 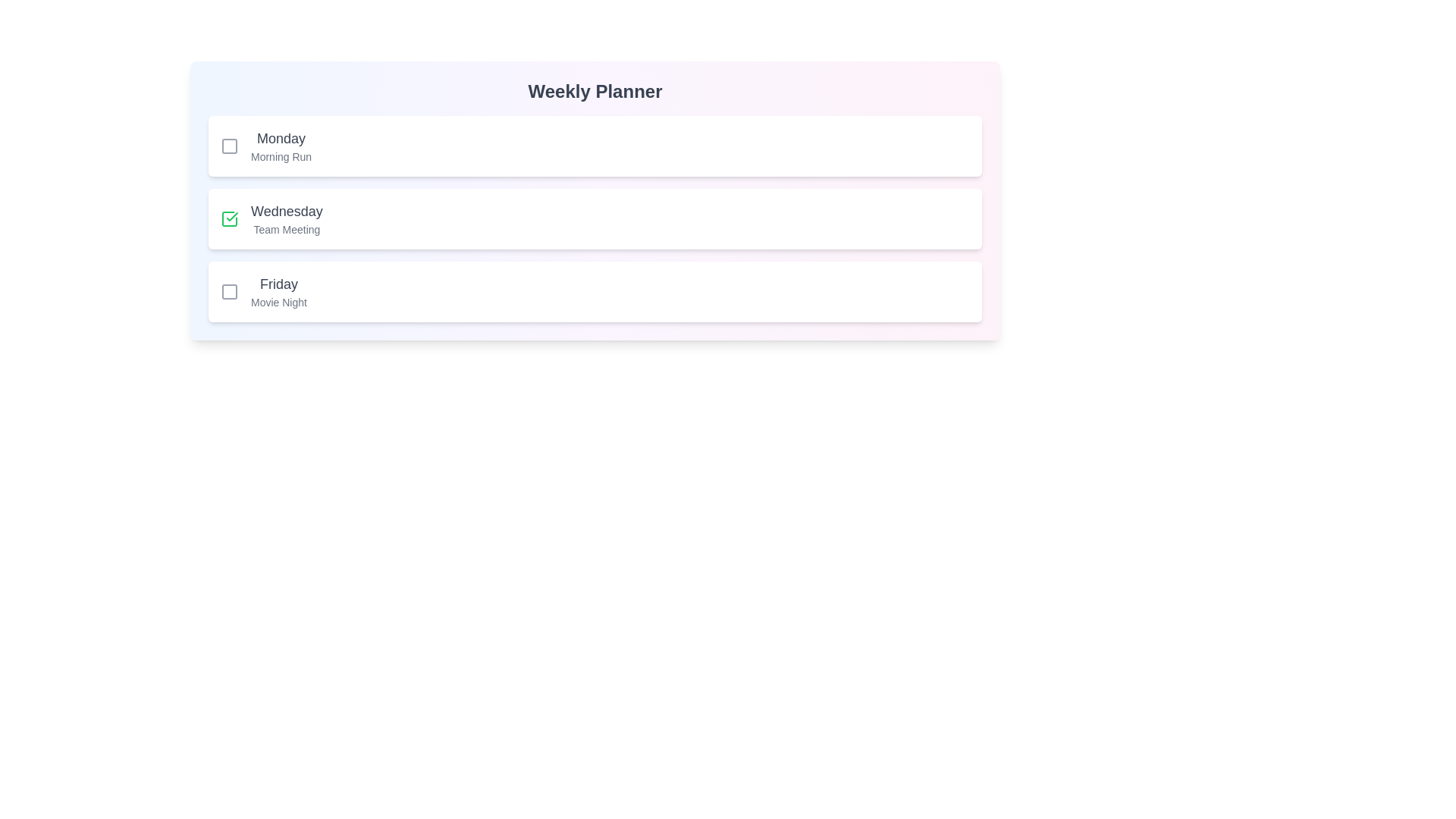 I want to click on the activity description text to highlight it, so click(x=281, y=157).